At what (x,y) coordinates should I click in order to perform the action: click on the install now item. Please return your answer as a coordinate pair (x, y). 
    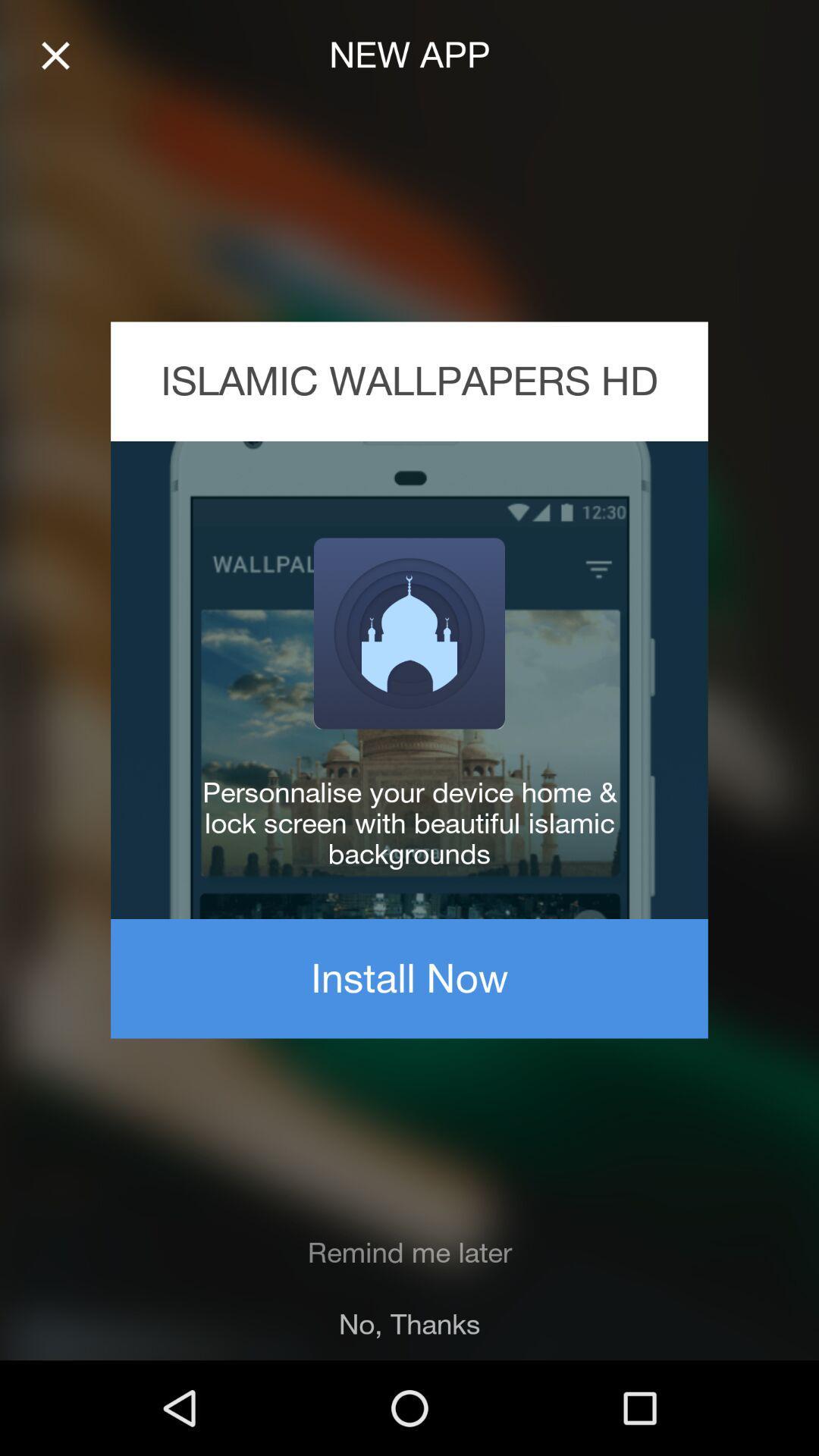
    Looking at the image, I should click on (409, 978).